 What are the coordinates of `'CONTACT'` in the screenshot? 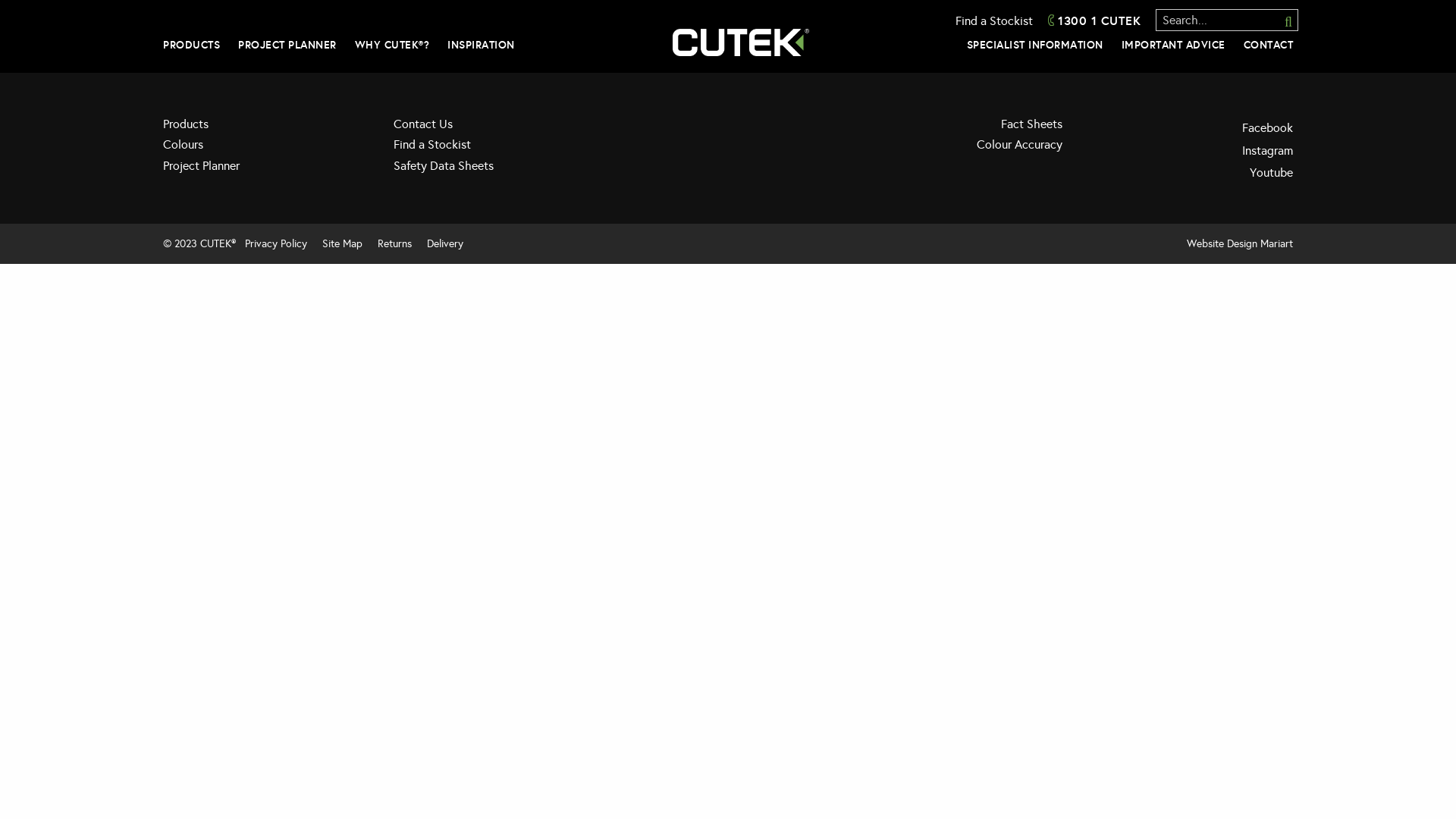 It's located at (1269, 43).